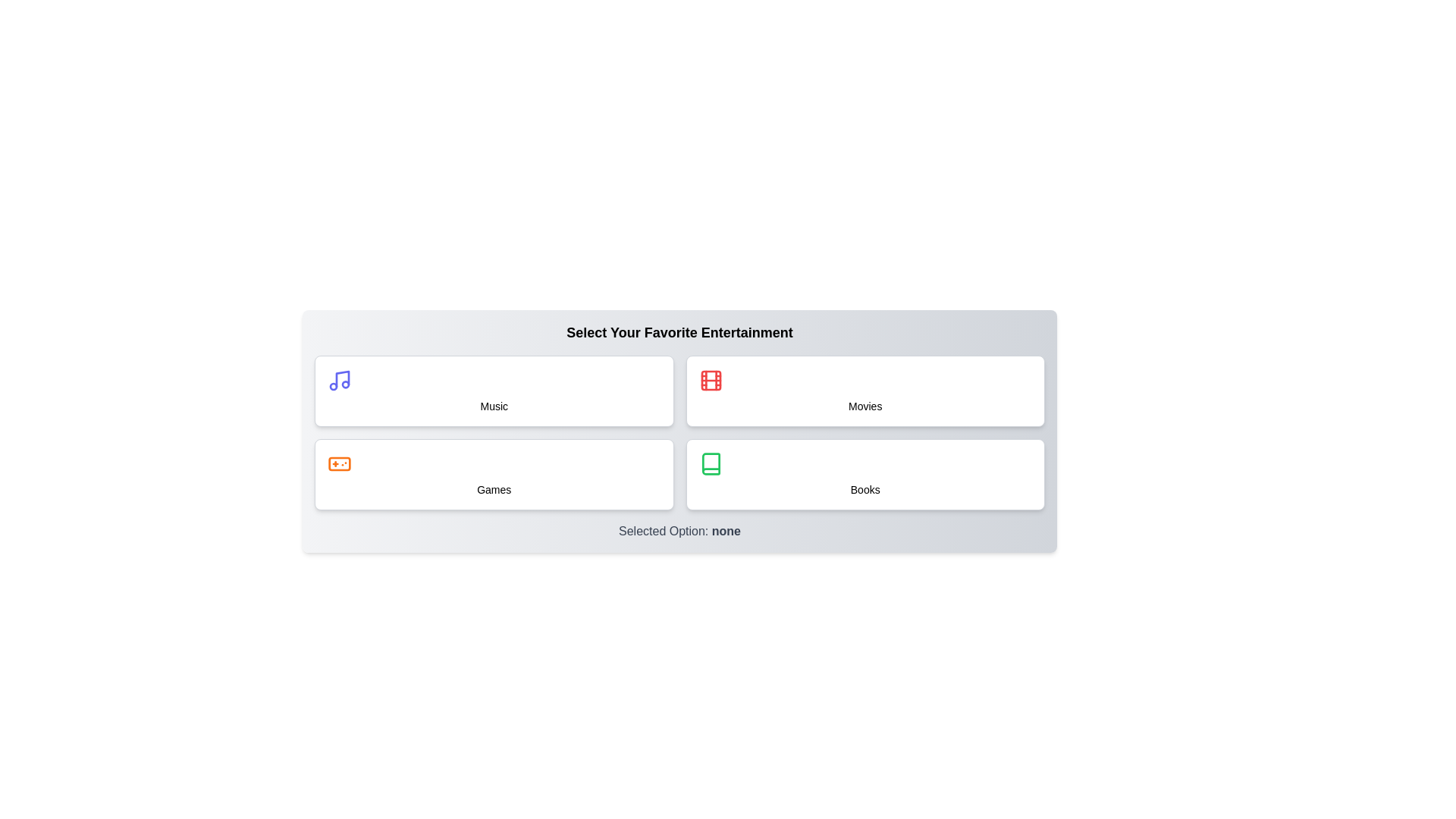  I want to click on the button labeled Books, so click(865, 473).